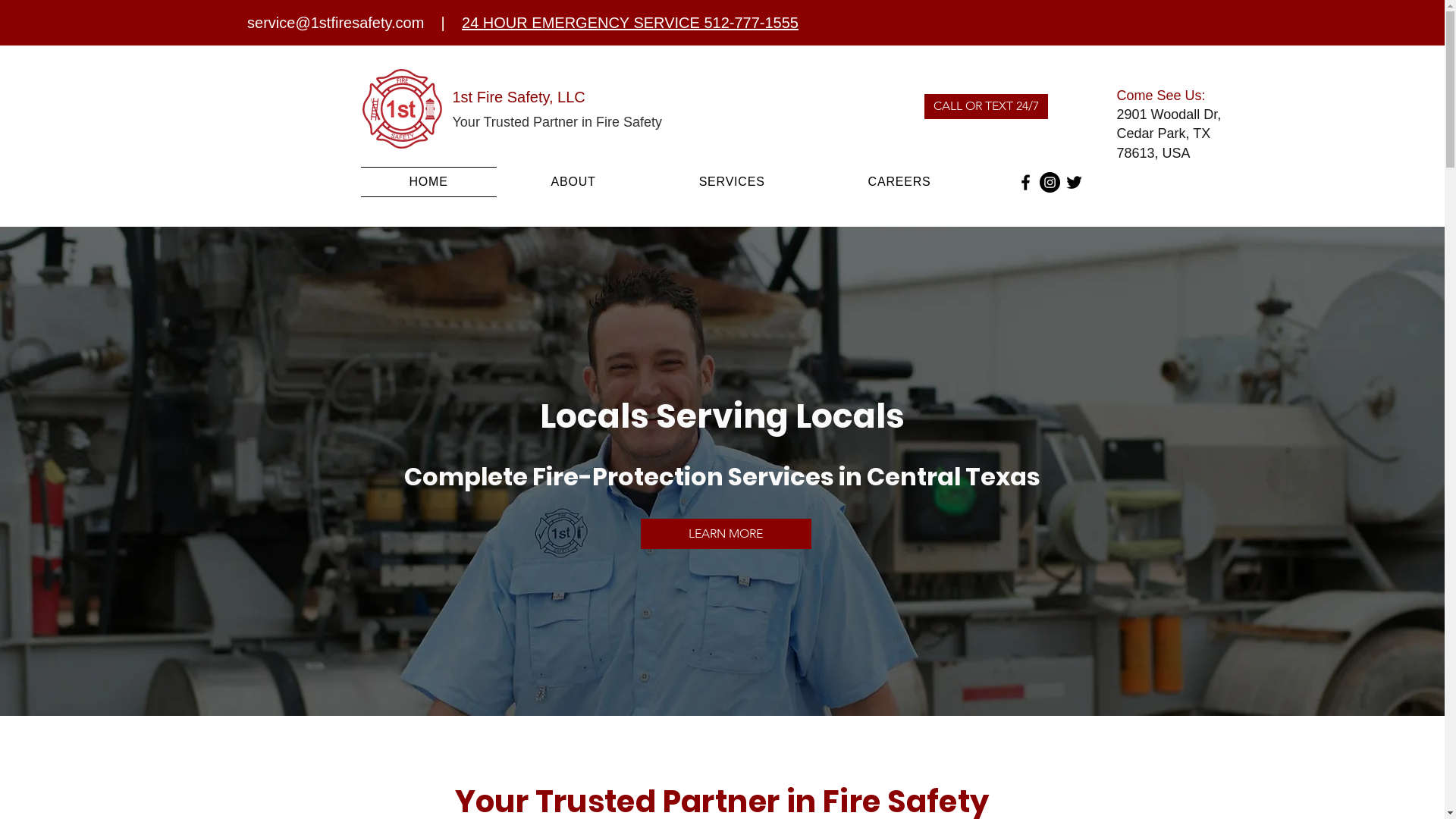  Describe the element at coordinates (732, 180) in the screenshot. I see `'SERVICES'` at that location.